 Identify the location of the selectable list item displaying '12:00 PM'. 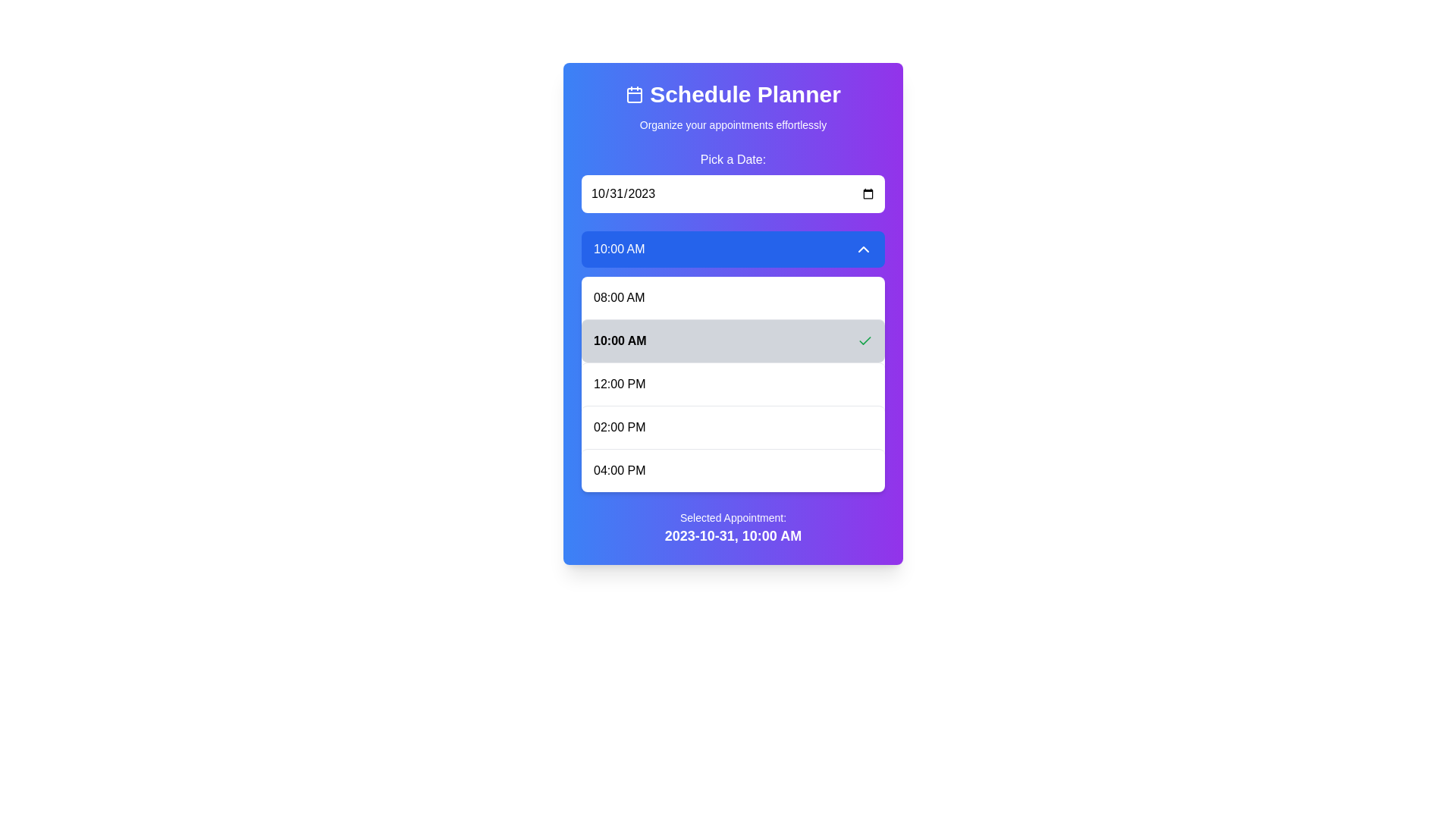
(733, 382).